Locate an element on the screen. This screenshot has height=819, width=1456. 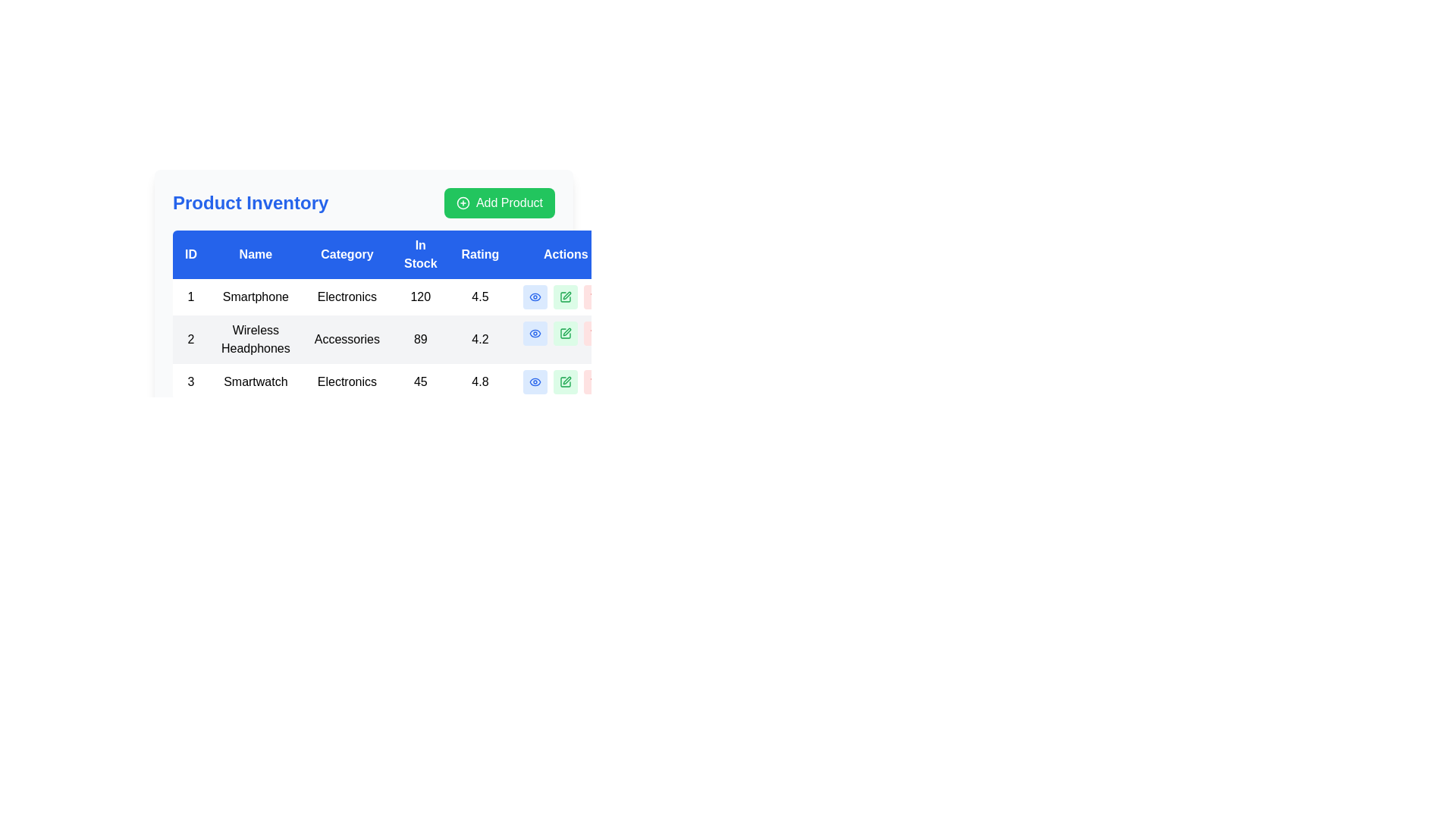
the 'Electronics' text label in the product inventory table, which is centrally aligned in the third column under the 'Category' header is located at coordinates (346, 297).